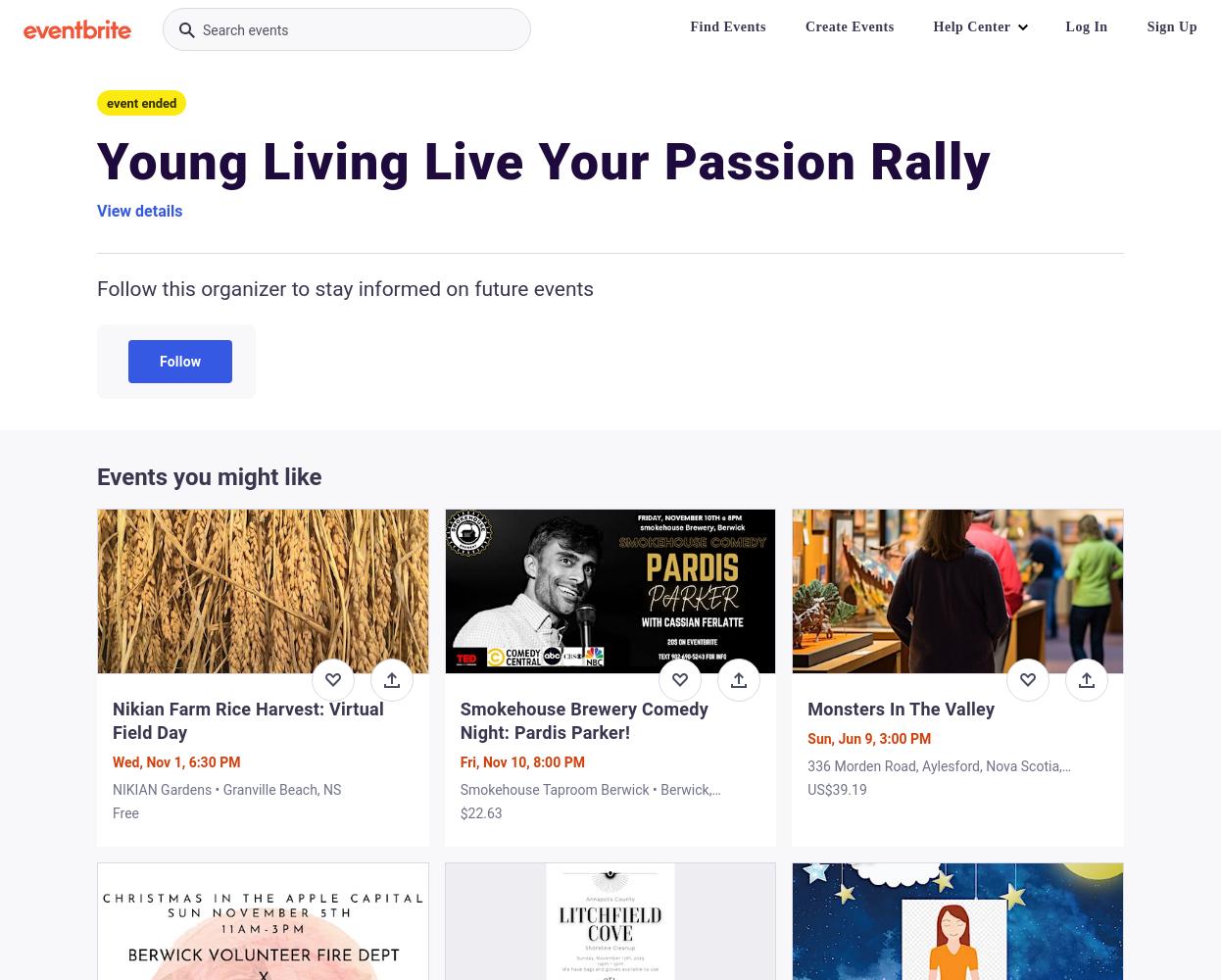 The image size is (1221, 980). I want to click on 'Sign Up', so click(1145, 26).